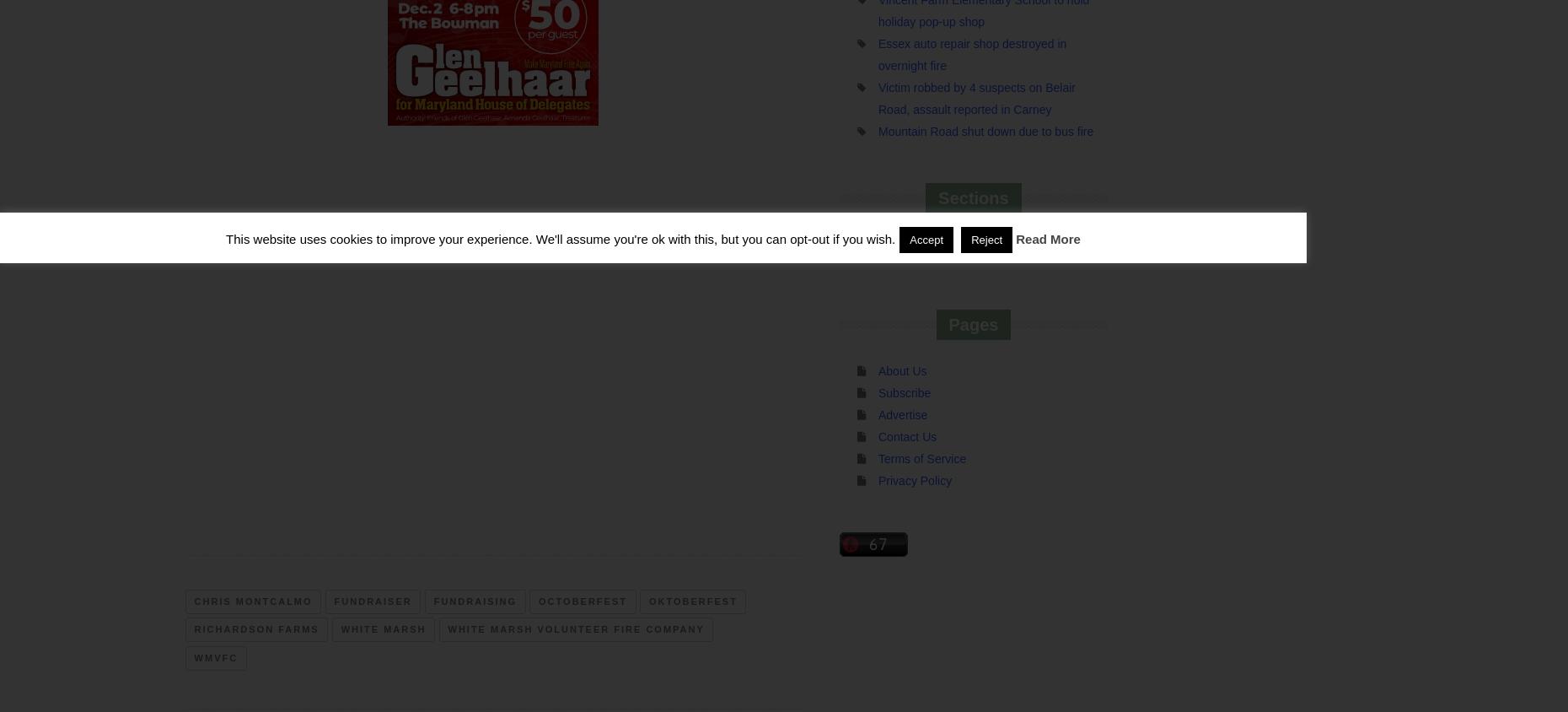 The height and width of the screenshot is (712, 1568). Describe the element at coordinates (915, 480) in the screenshot. I see `'Privacy Policy'` at that location.